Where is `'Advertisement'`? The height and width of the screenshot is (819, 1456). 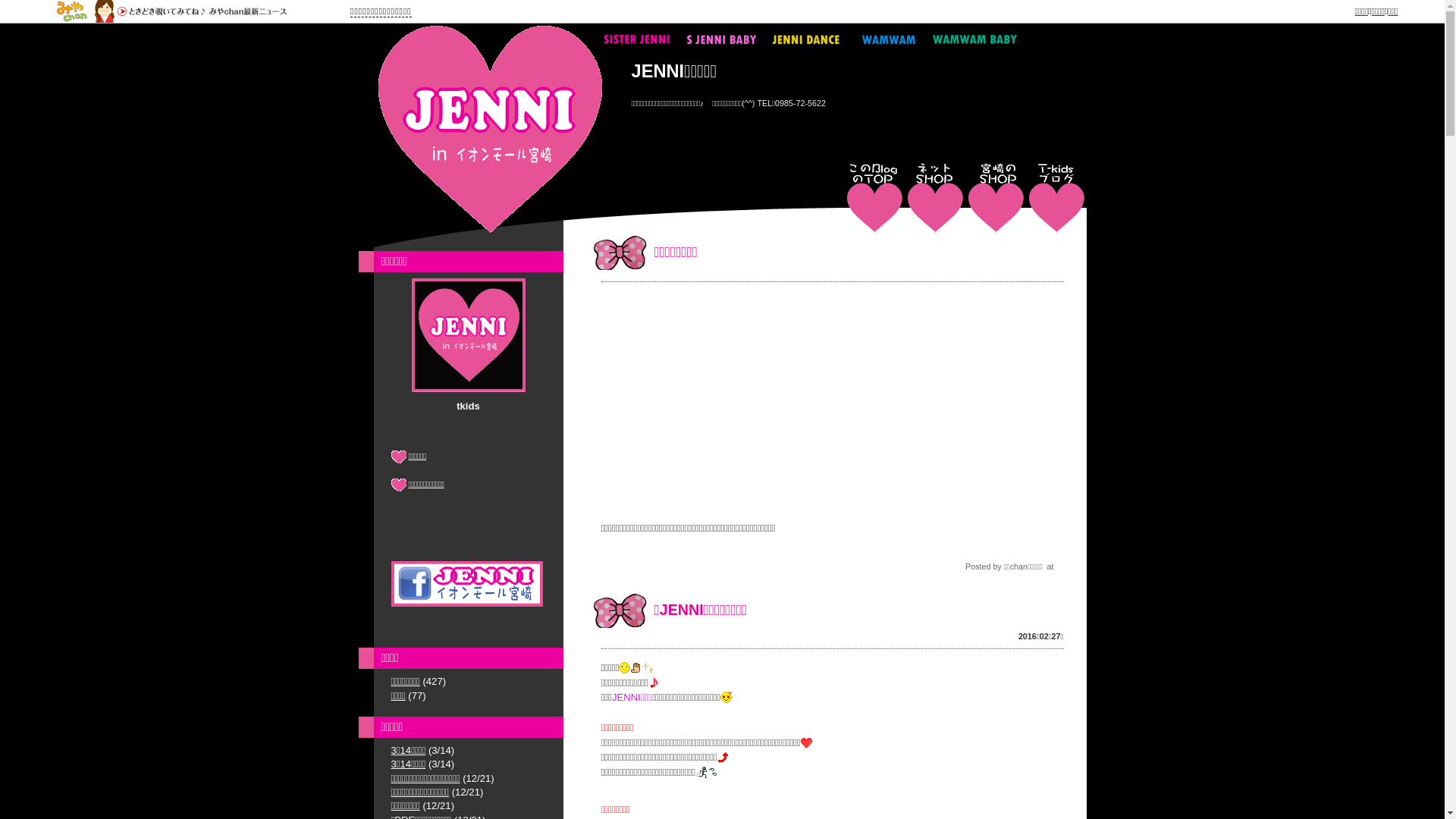
'Advertisement' is located at coordinates (831, 399).